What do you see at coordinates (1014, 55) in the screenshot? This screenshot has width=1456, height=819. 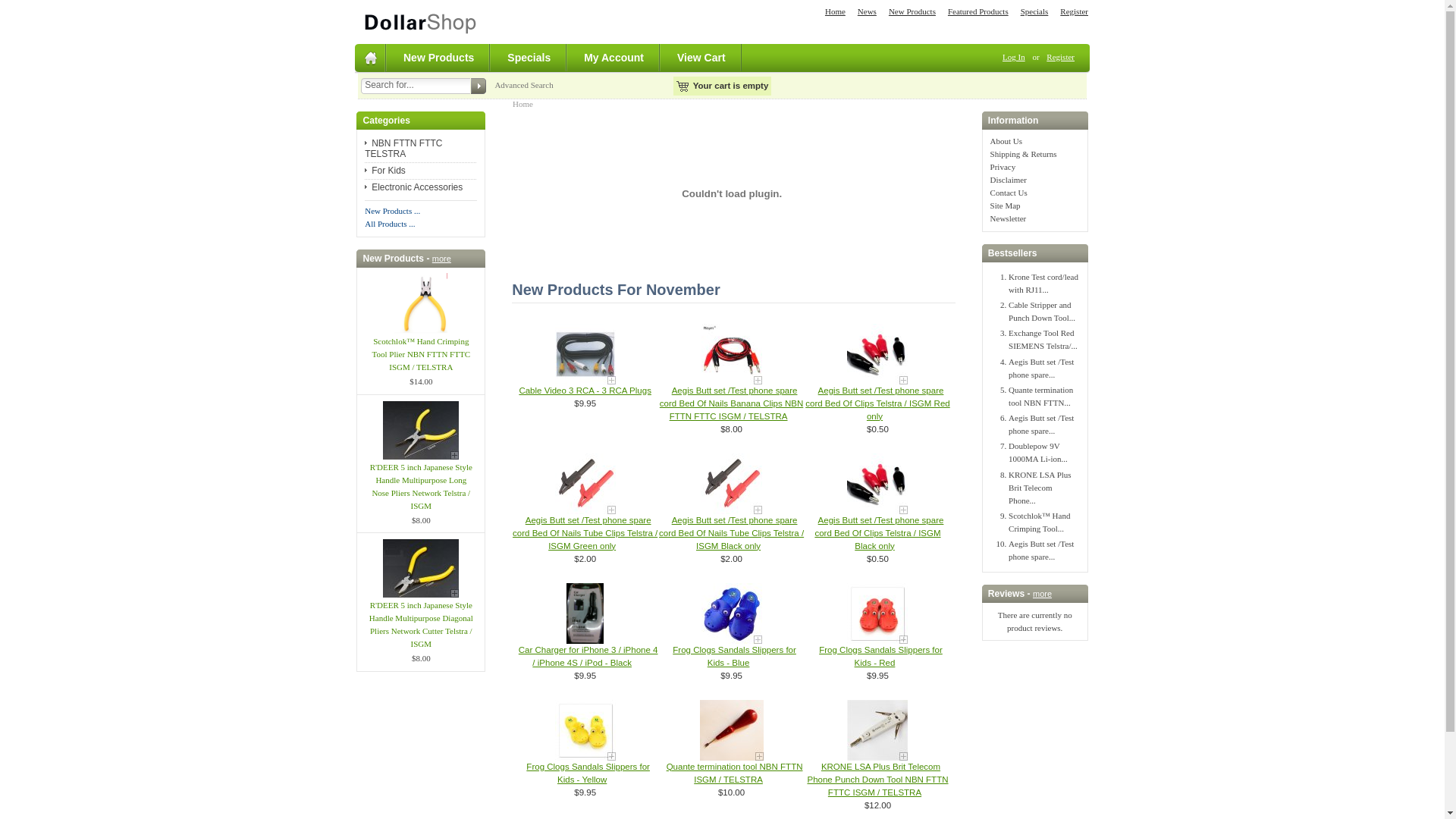 I see `'Log In'` at bounding box center [1014, 55].